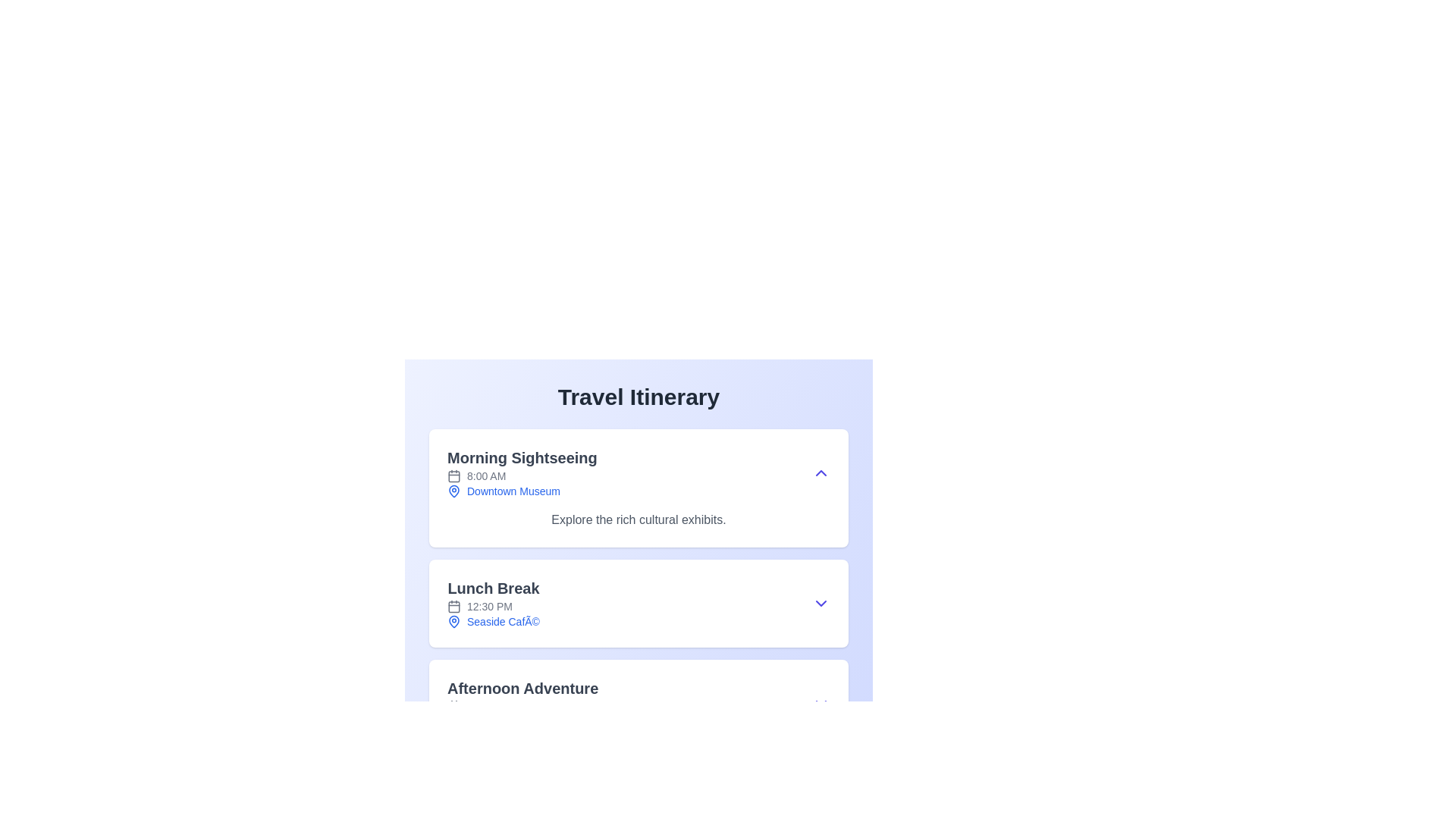 This screenshot has height=819, width=1456. What do you see at coordinates (522, 472) in the screenshot?
I see `the list item summarizing the activity 'Morning Sightseeing', which includes the time '8:00 AM' and location 'Downtown Museum', positioned at the top of the itinerary list` at bounding box center [522, 472].